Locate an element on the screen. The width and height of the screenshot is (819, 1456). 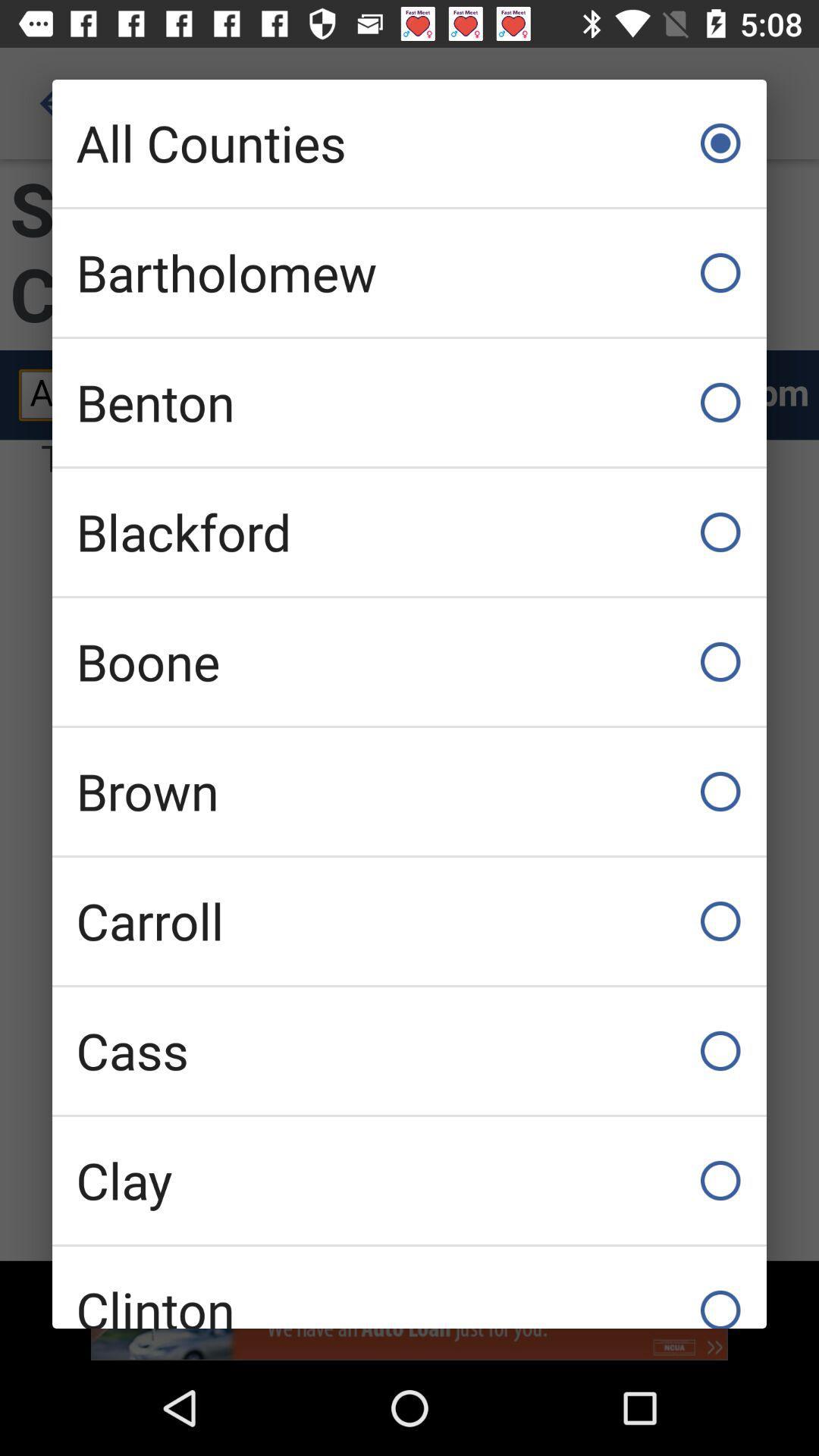
the icon below the bartholomew icon is located at coordinates (409, 403).